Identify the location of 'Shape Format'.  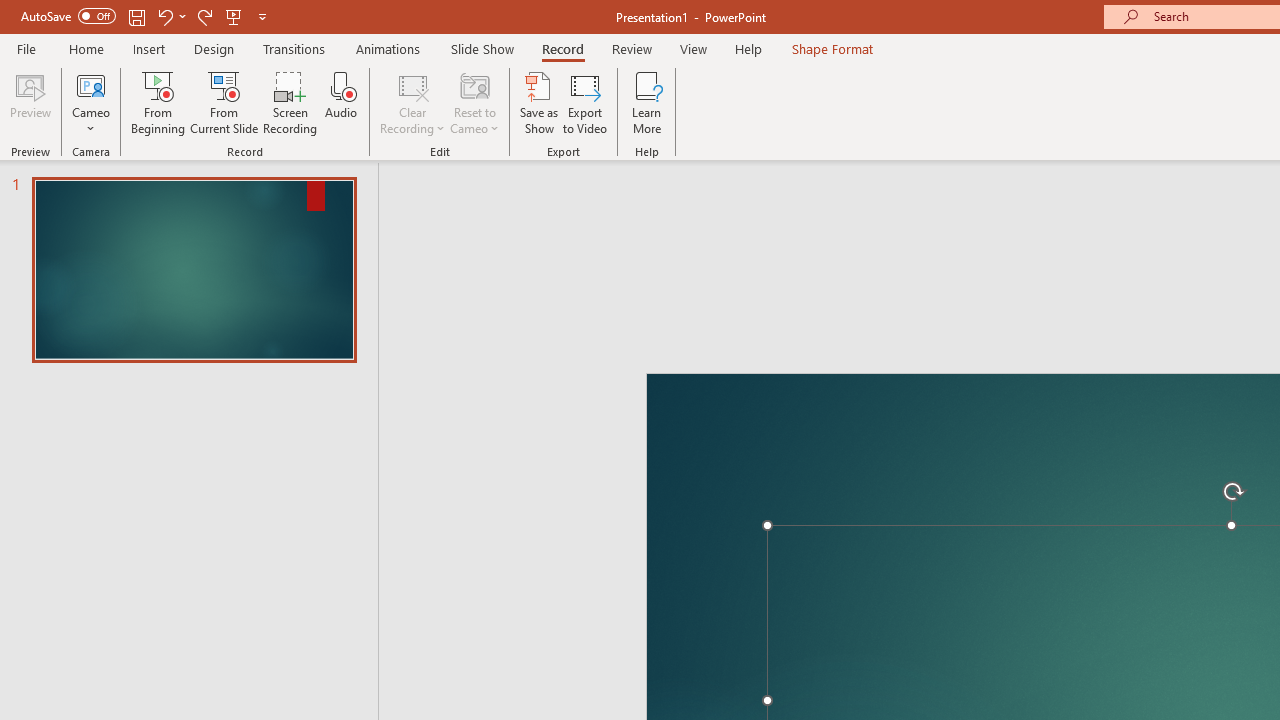
(832, 48).